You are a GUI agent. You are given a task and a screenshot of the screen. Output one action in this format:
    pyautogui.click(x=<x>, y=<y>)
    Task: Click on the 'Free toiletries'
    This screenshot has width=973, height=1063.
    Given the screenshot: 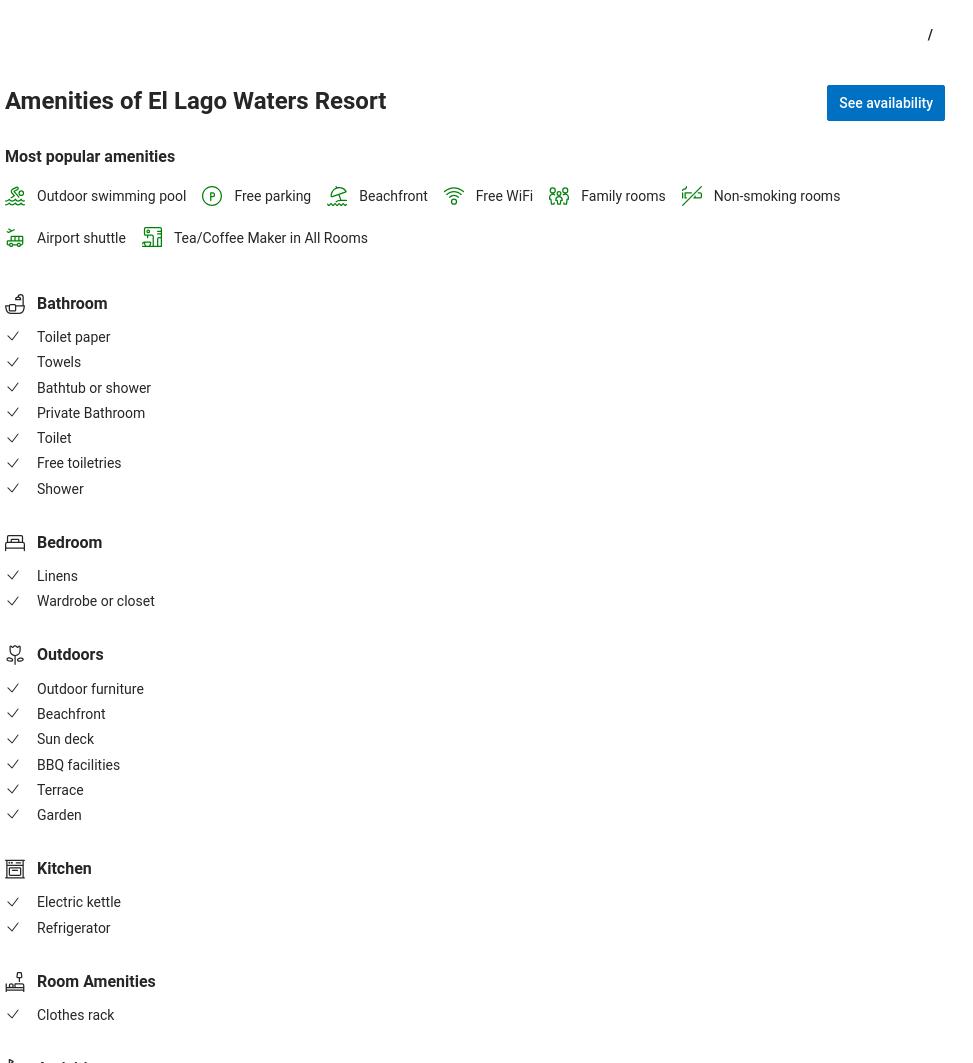 What is the action you would take?
    pyautogui.click(x=78, y=463)
    